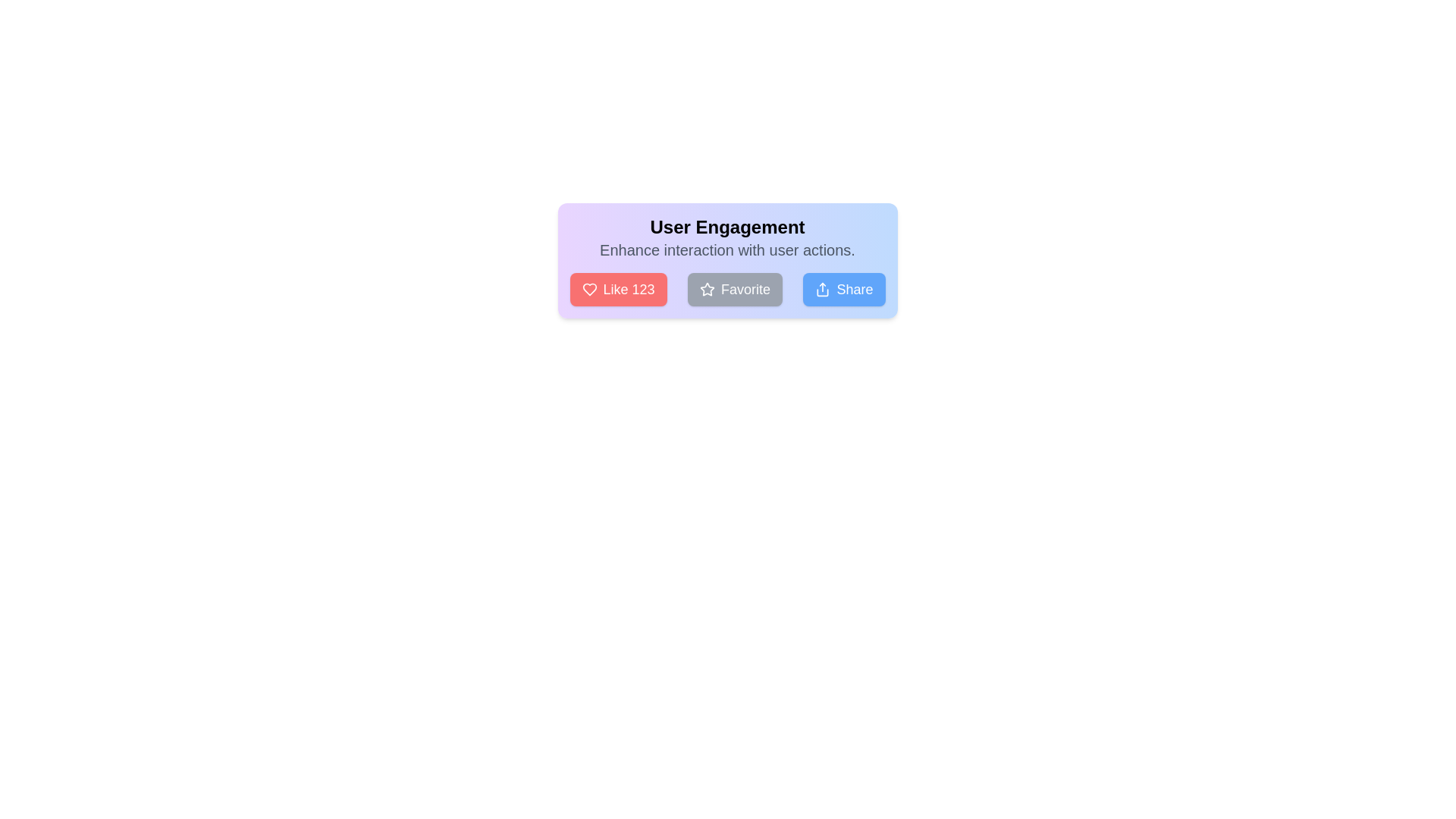 The width and height of the screenshot is (1456, 819). Describe the element at coordinates (618, 289) in the screenshot. I see `the red 'Like 123' button with a heart icon` at that location.